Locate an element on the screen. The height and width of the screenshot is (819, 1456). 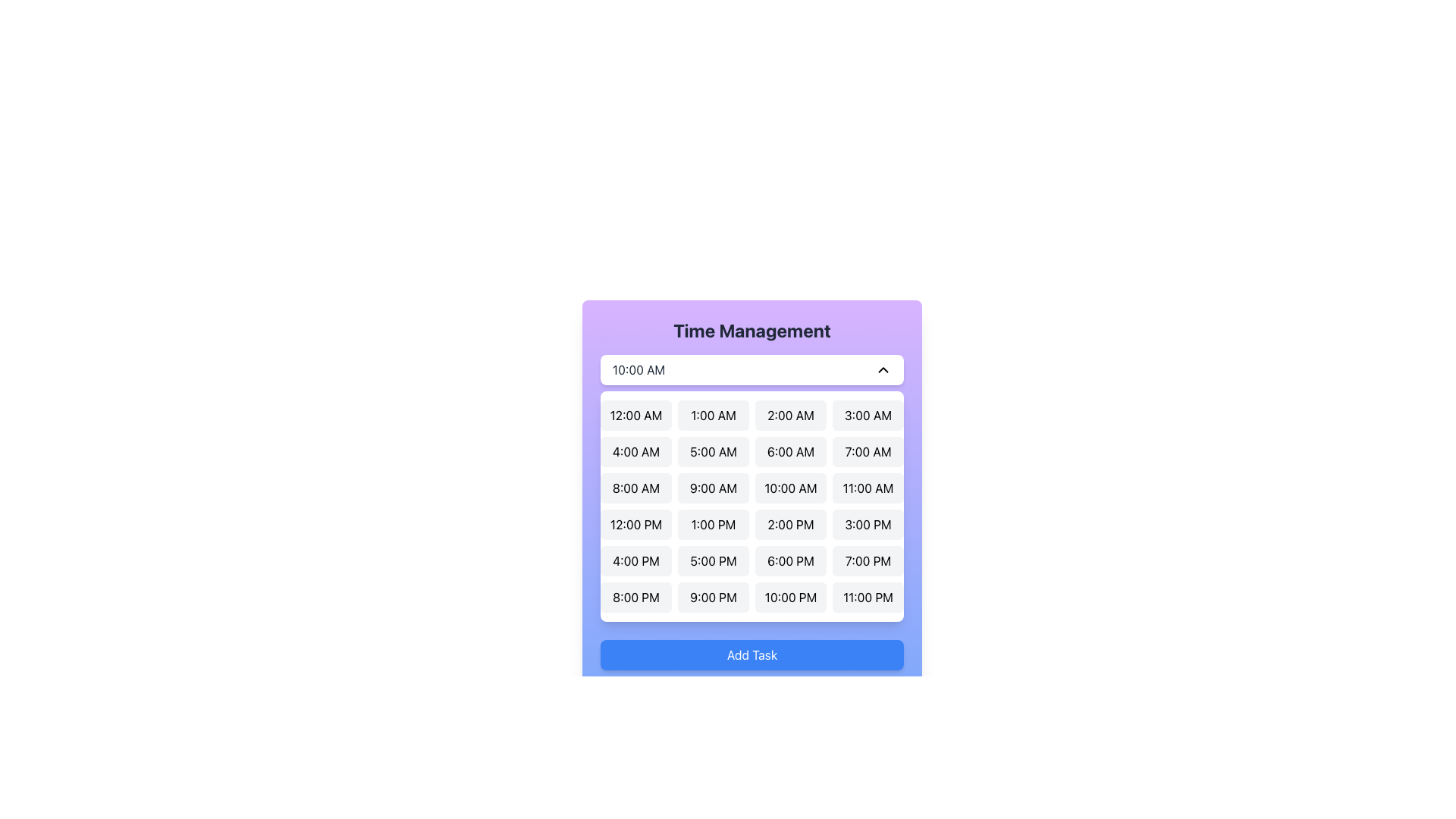
the Dropdown Toggle Button displaying '10:00 AM' is located at coordinates (752, 370).